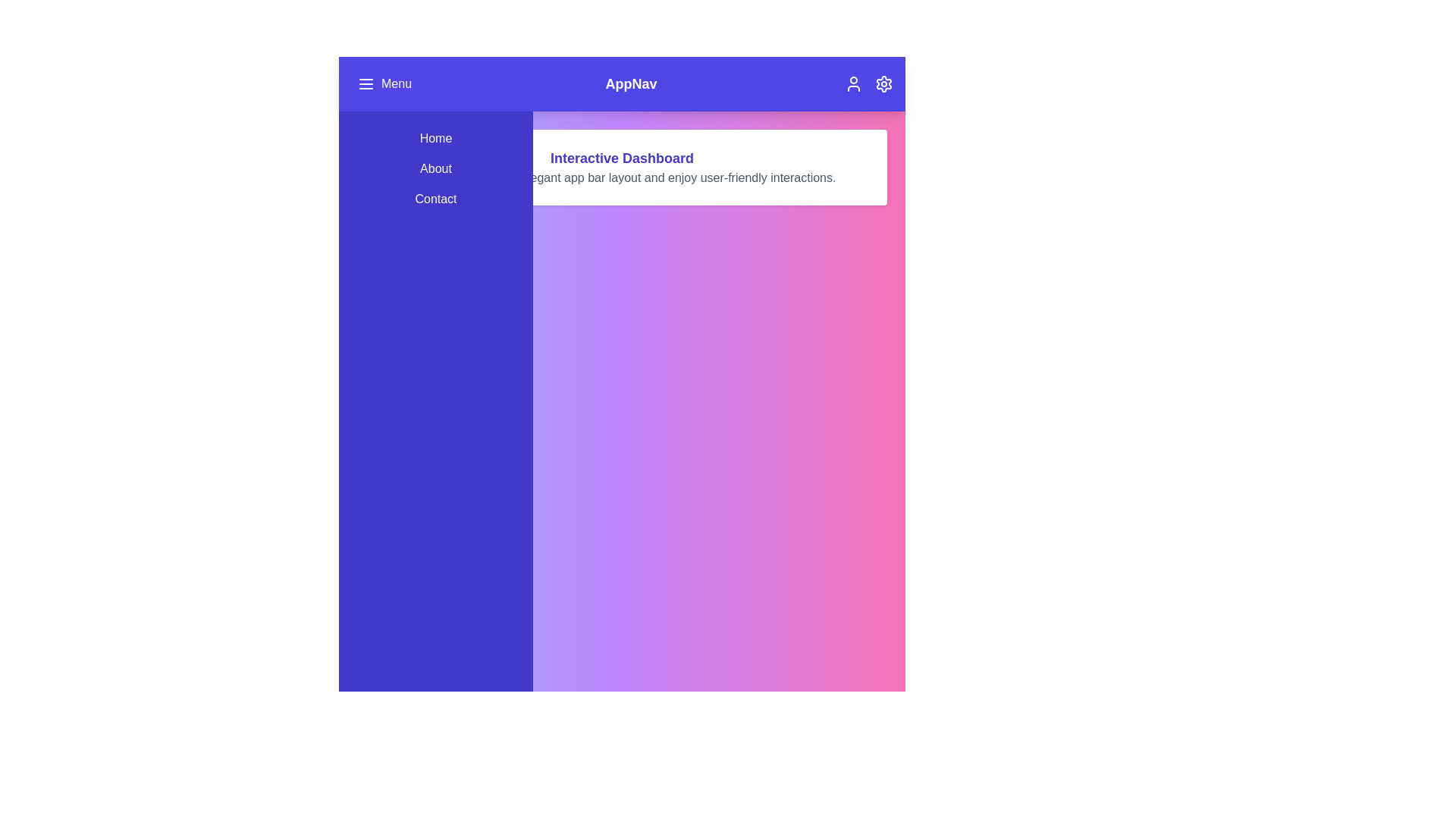 This screenshot has width=1456, height=819. What do you see at coordinates (435, 138) in the screenshot?
I see `the menu item Home` at bounding box center [435, 138].